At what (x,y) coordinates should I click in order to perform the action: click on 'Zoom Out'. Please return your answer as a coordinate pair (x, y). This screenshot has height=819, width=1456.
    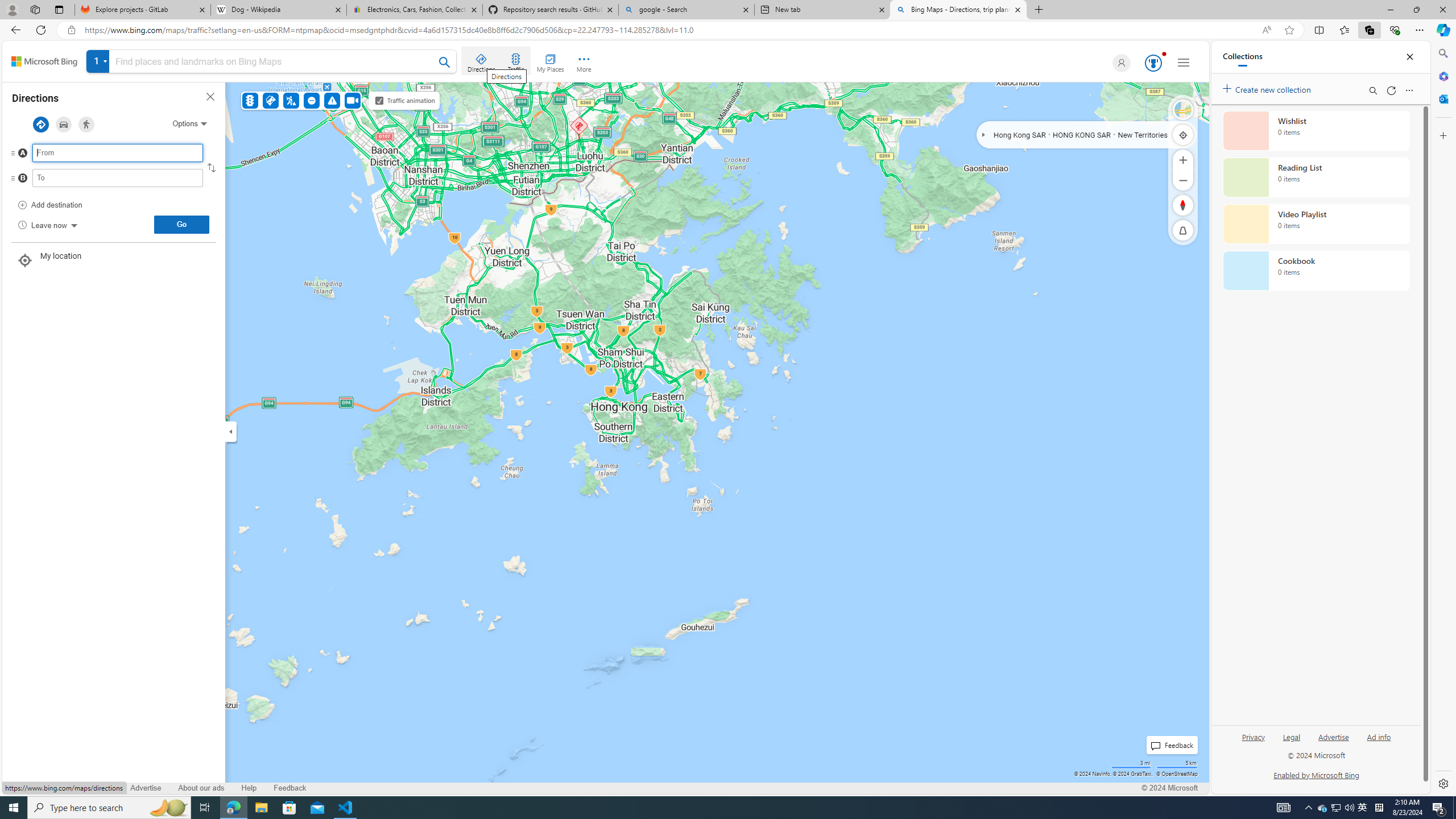
    Looking at the image, I should click on (1182, 180).